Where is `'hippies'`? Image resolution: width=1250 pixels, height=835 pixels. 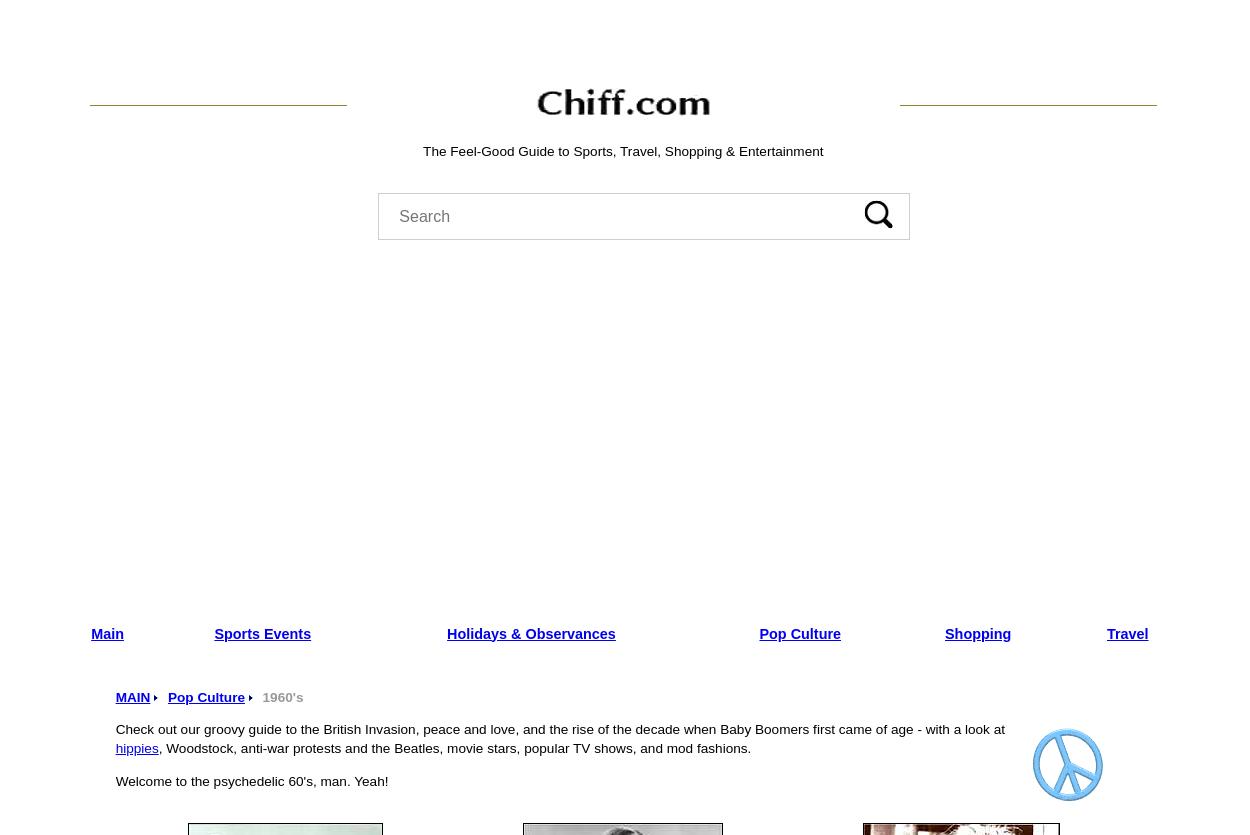 'hippies' is located at coordinates (136, 748).